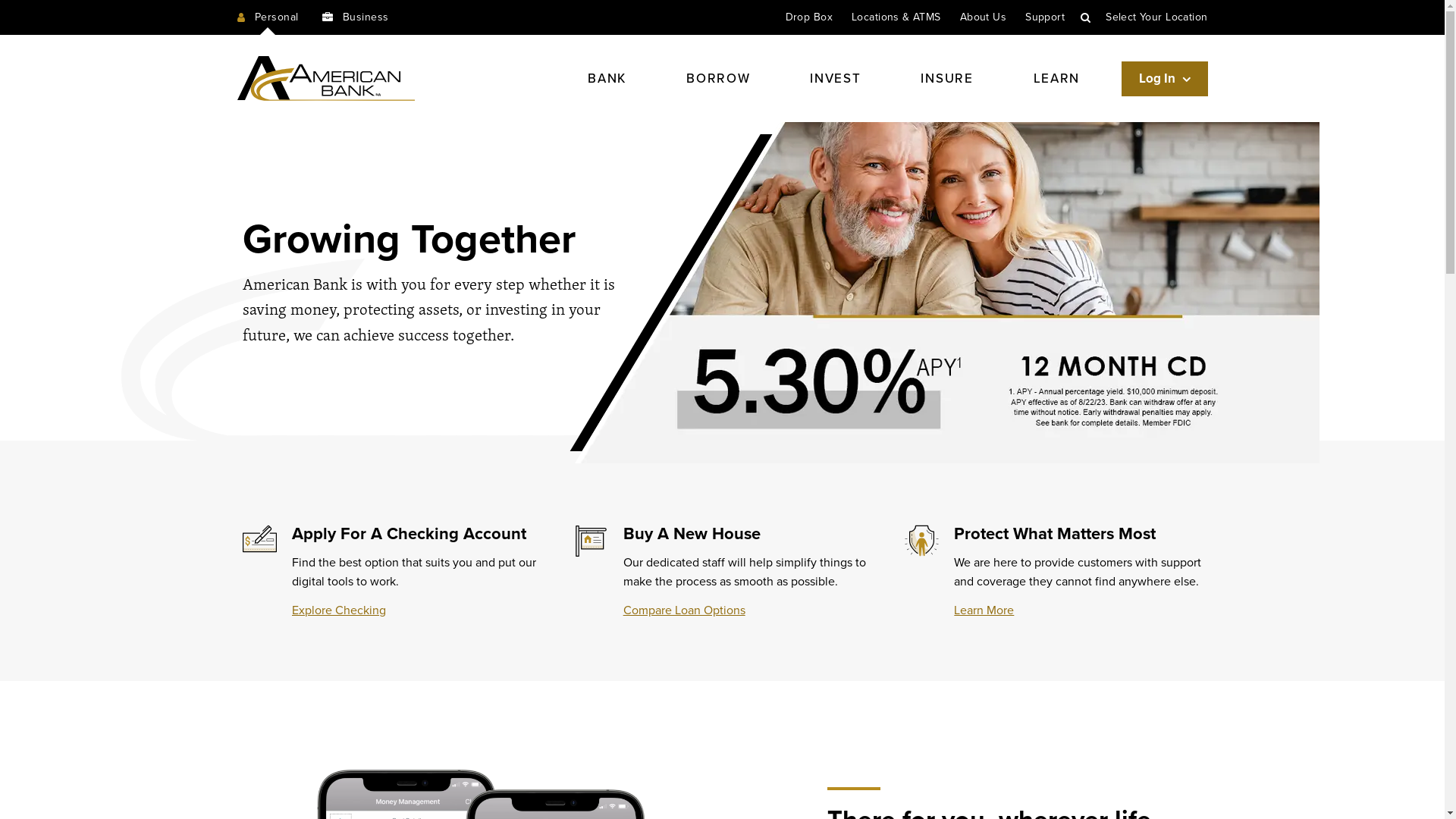 Image resolution: width=1456 pixels, height=819 pixels. I want to click on 'INSURE', so click(946, 78).